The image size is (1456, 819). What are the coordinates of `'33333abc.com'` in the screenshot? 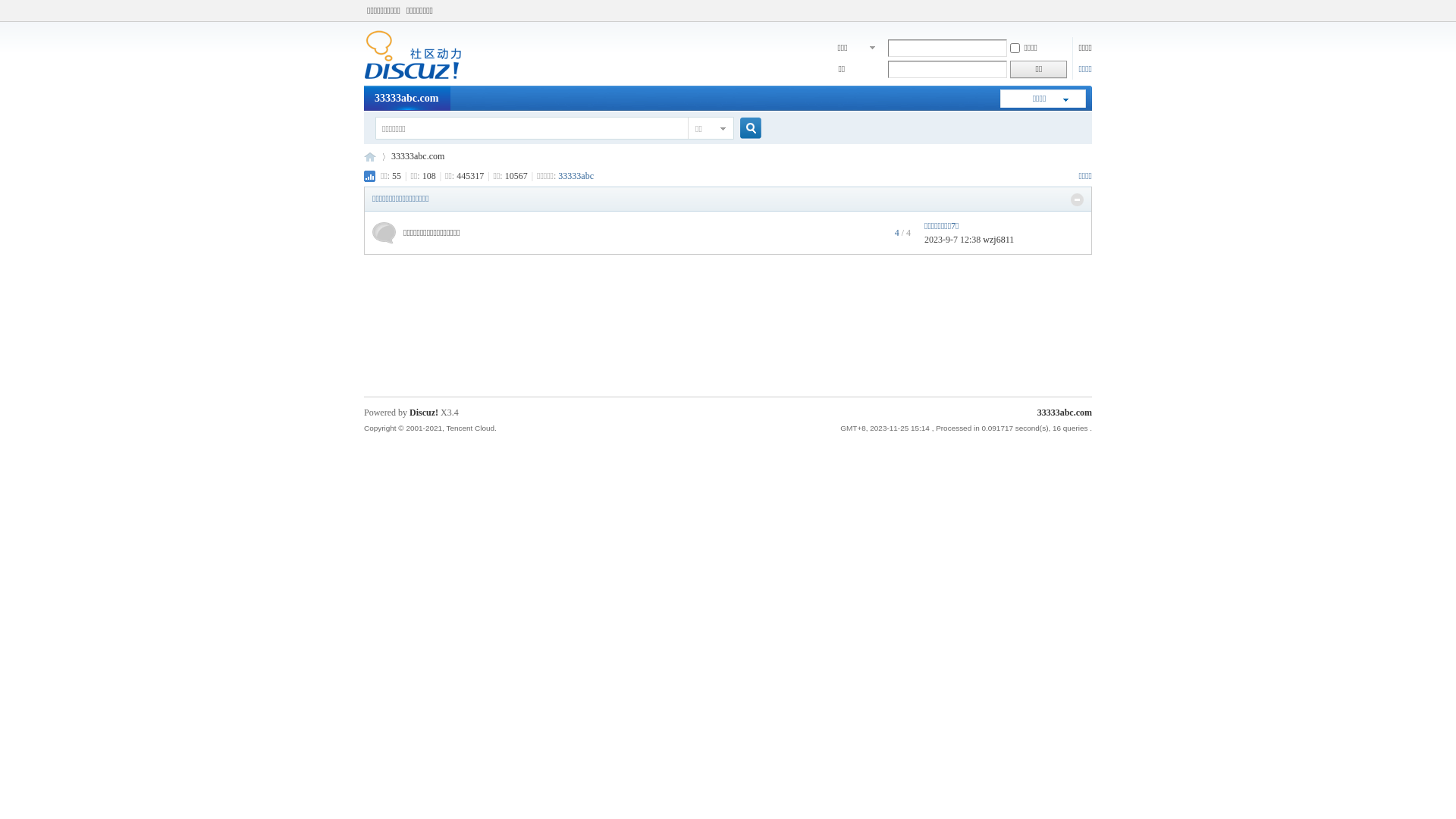 It's located at (418, 156).